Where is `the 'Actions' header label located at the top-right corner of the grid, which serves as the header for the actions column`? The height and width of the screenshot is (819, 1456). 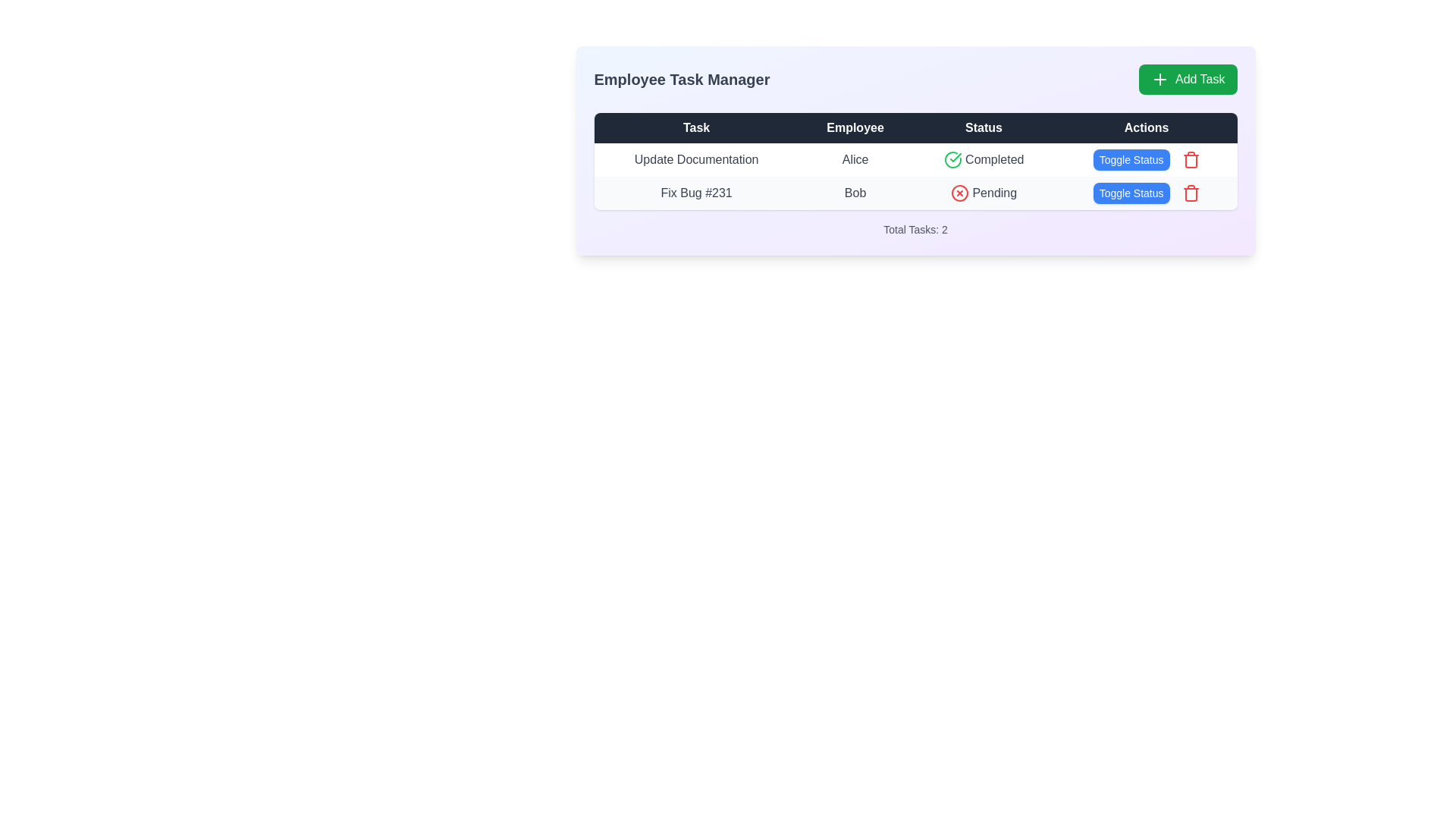
the 'Actions' header label located at the top-right corner of the grid, which serves as the header for the actions column is located at coordinates (1147, 127).